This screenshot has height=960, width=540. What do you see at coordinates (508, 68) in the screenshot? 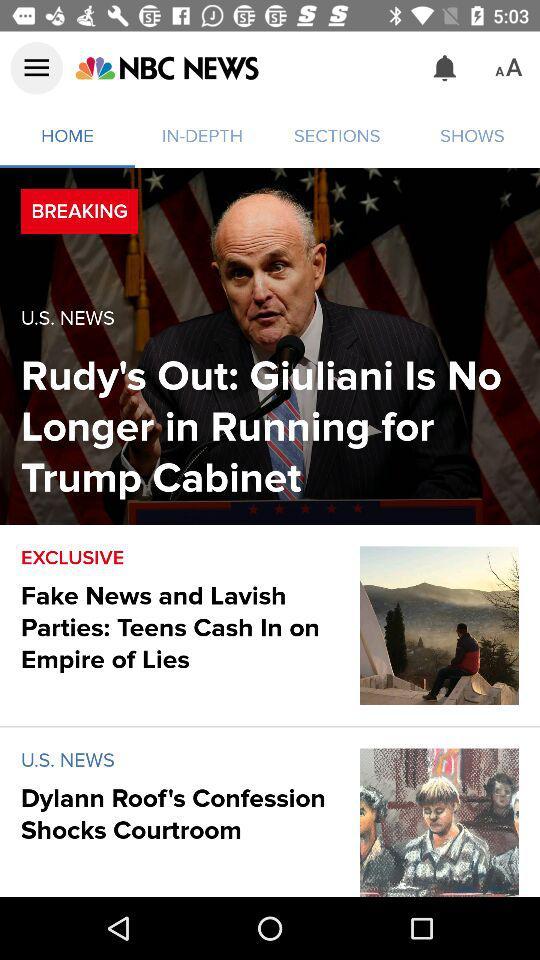
I see `the icon above shows item` at bounding box center [508, 68].